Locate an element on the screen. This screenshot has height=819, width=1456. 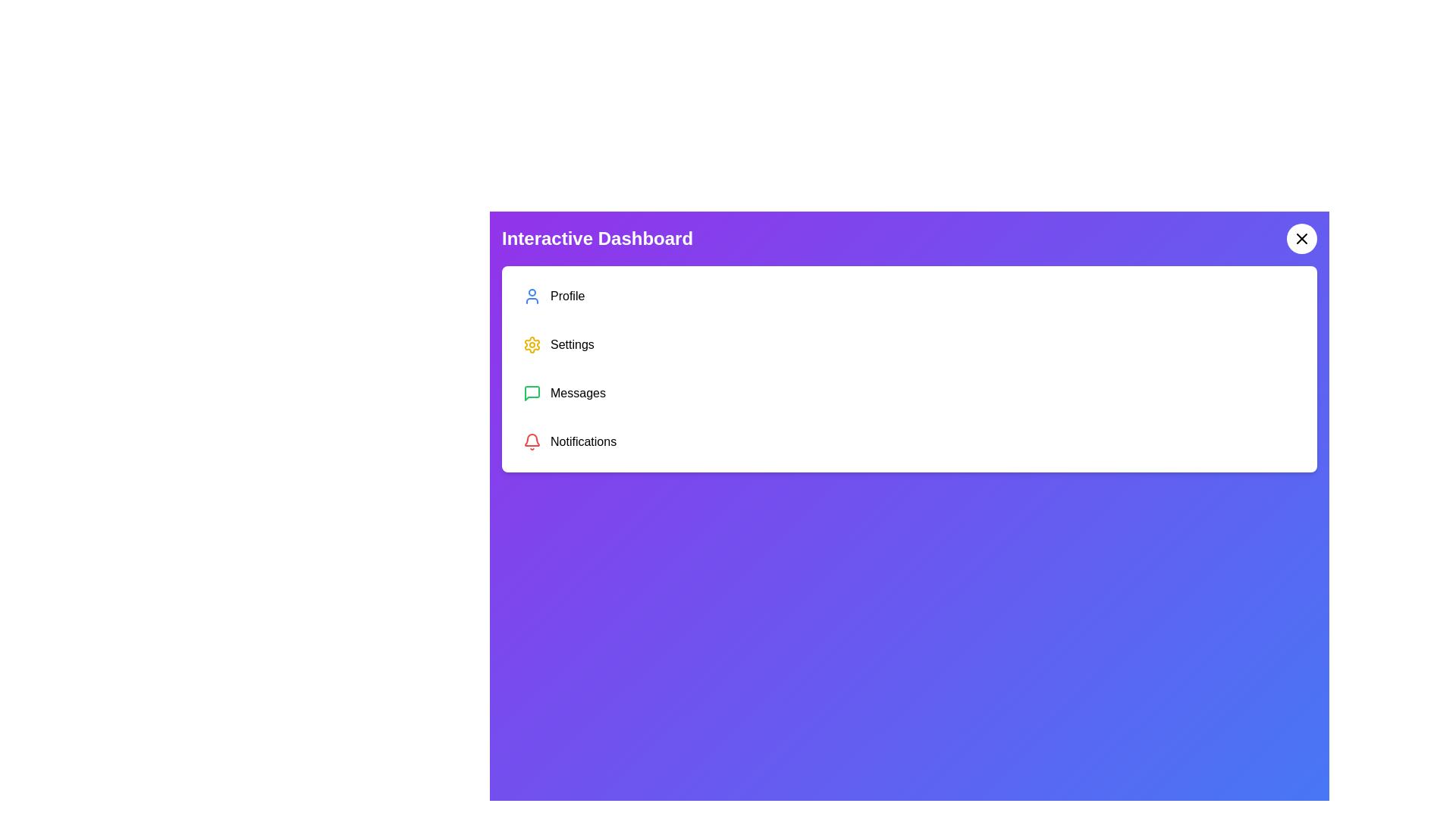
the notification icon located in the last row of the menu under the 'Notifications' label to interact with it is located at coordinates (532, 441).